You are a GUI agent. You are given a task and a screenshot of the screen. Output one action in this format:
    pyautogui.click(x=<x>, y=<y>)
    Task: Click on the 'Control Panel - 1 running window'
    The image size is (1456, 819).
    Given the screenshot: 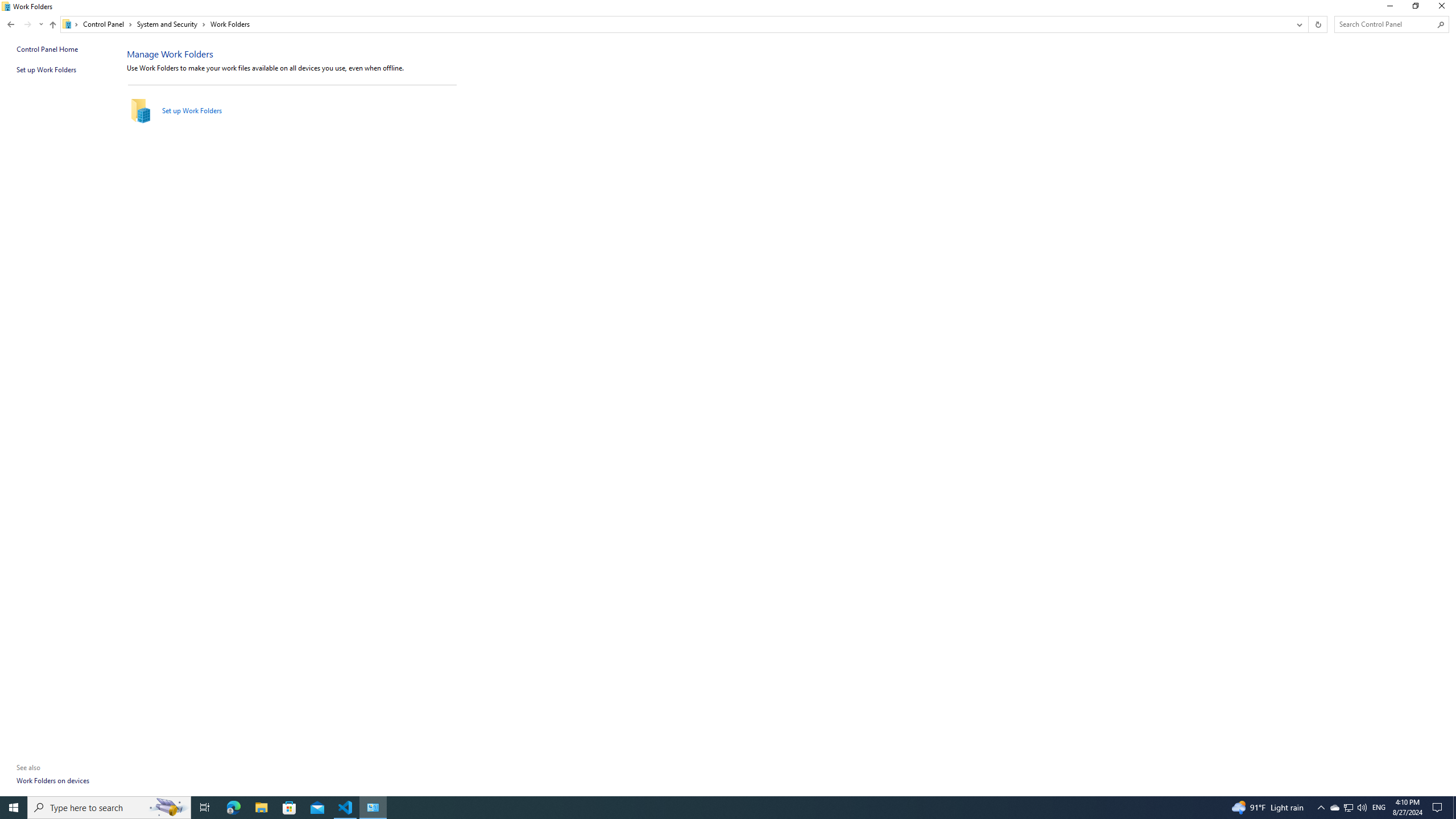 What is the action you would take?
    pyautogui.click(x=373, y=806)
    